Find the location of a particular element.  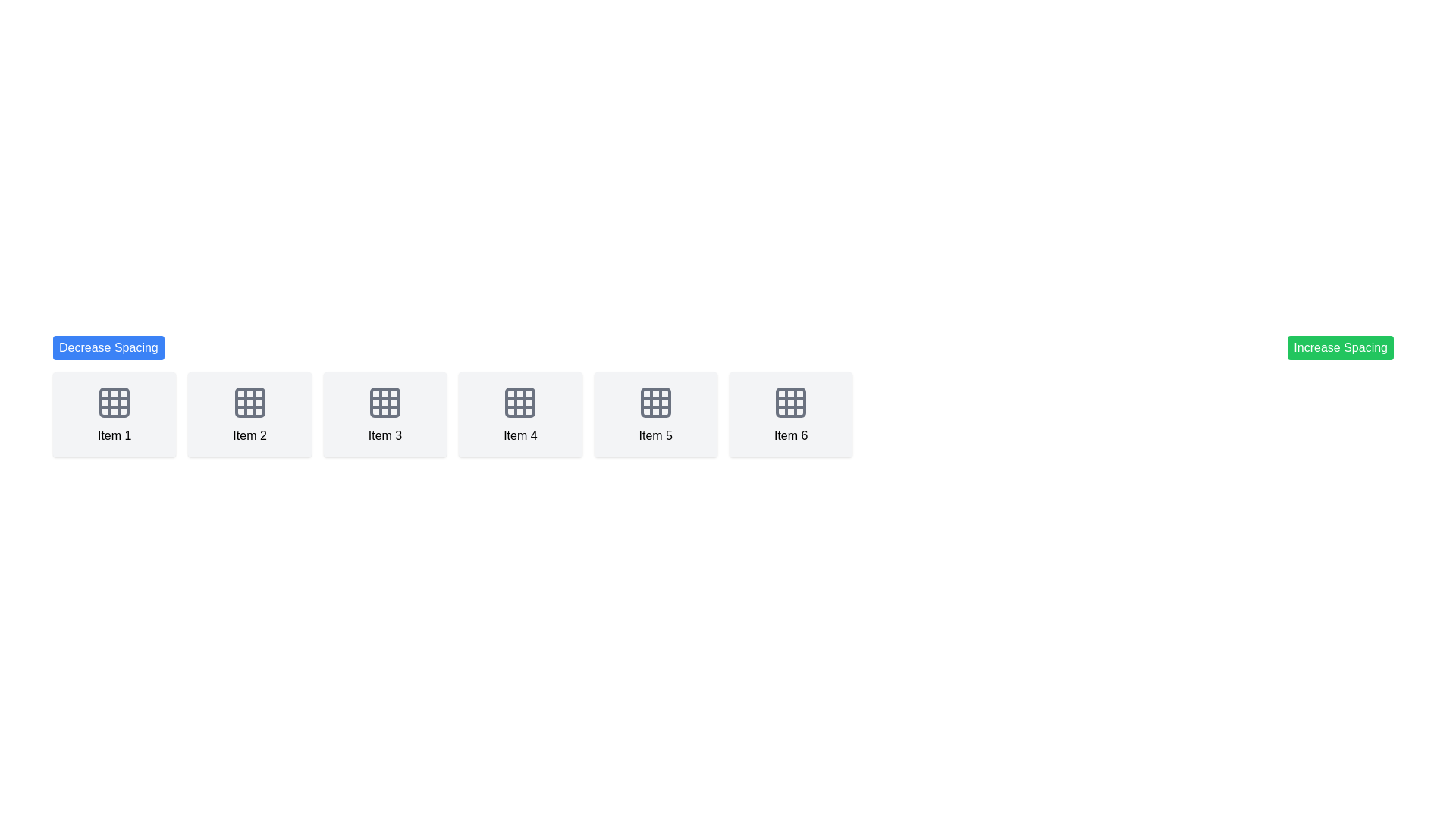

the 'Increase Spacing' button, which has a green background and white text, to observe the hover effect is located at coordinates (1341, 348).